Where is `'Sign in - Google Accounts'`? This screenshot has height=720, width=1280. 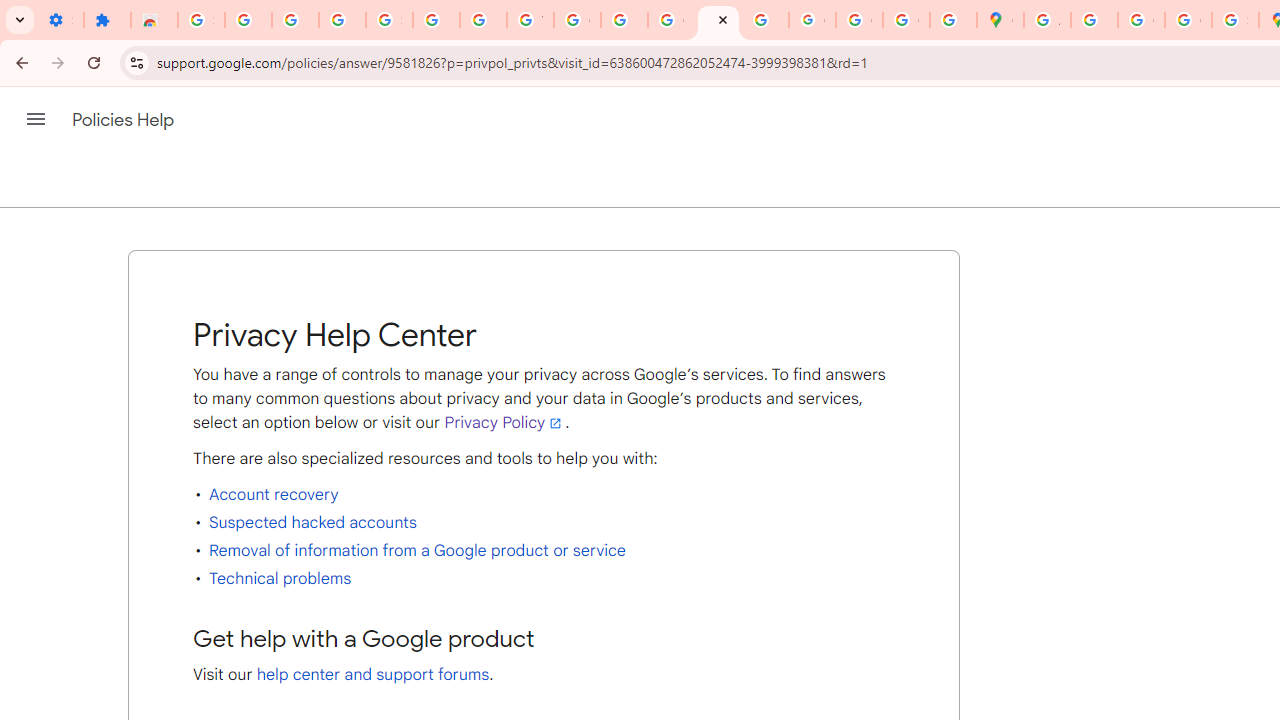
'Sign in - Google Accounts' is located at coordinates (201, 20).